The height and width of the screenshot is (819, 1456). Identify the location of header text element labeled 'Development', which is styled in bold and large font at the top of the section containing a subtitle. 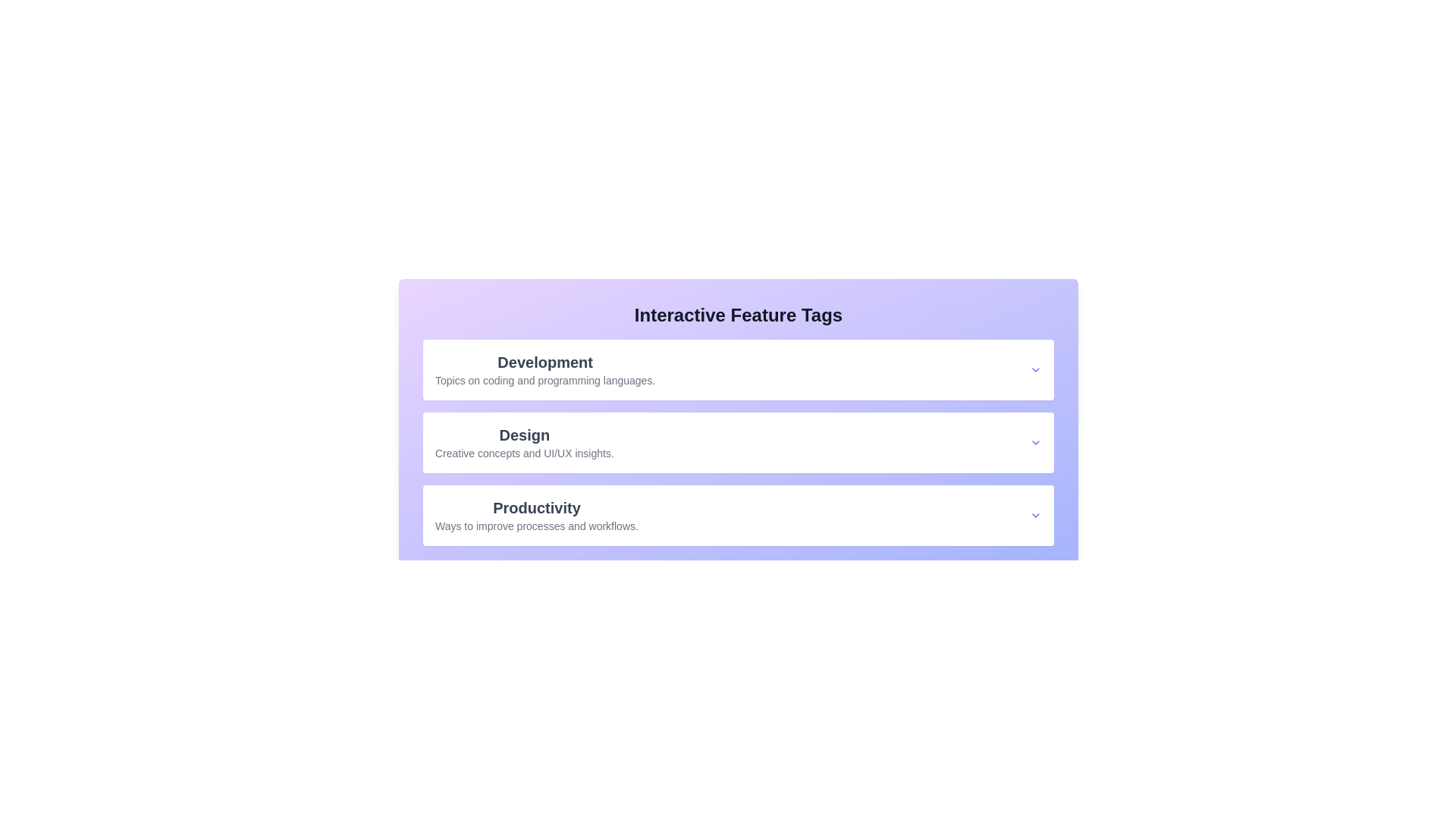
(545, 362).